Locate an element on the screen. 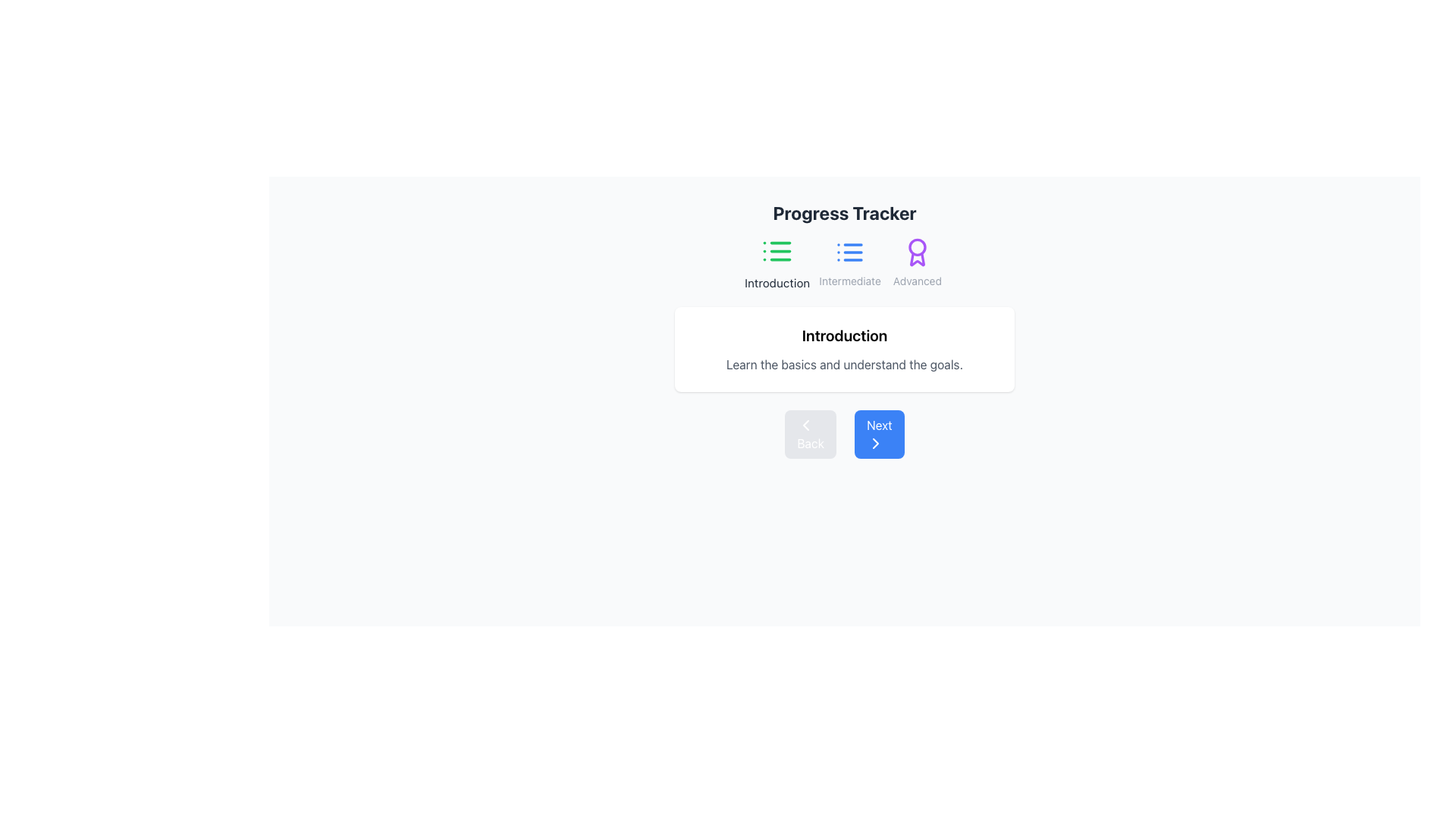 This screenshot has height=819, width=1456. the circular decorative element of the award icon, which is the topmost part of the icon located above 'Progress Tracker' is located at coordinates (916, 246).